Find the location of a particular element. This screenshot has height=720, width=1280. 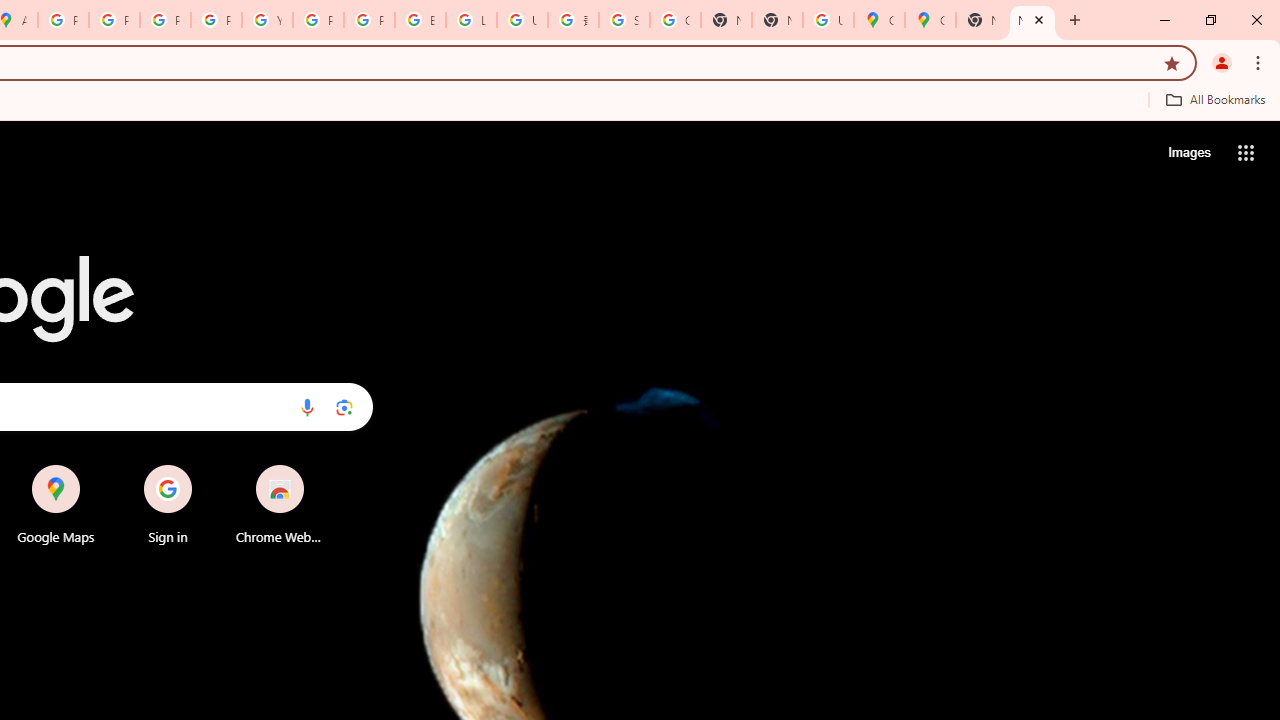

'Browse Chrome as a guest - Computer - Google Chrome Help' is located at coordinates (419, 20).